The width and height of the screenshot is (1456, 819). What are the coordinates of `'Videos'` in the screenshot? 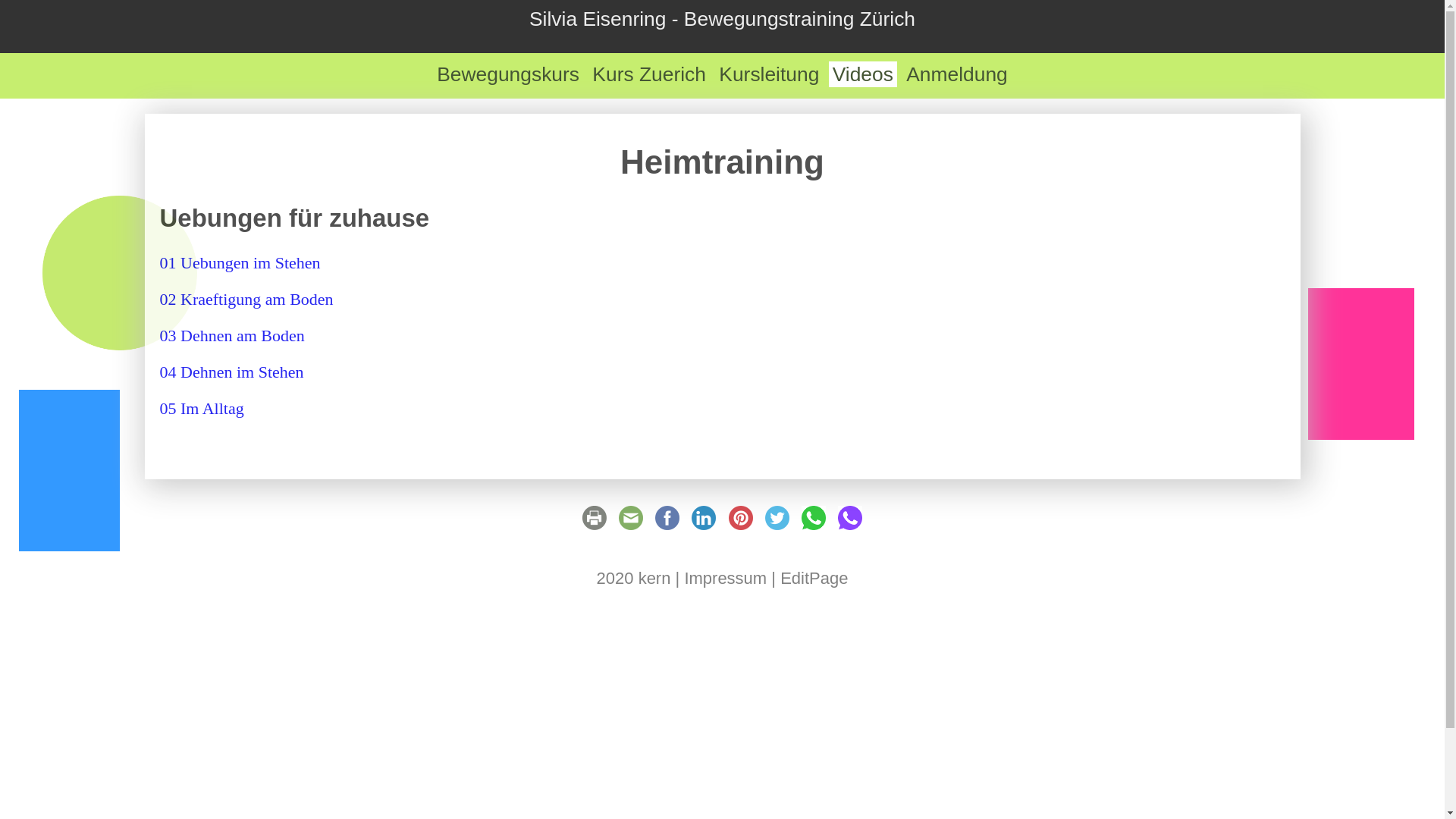 It's located at (828, 74).